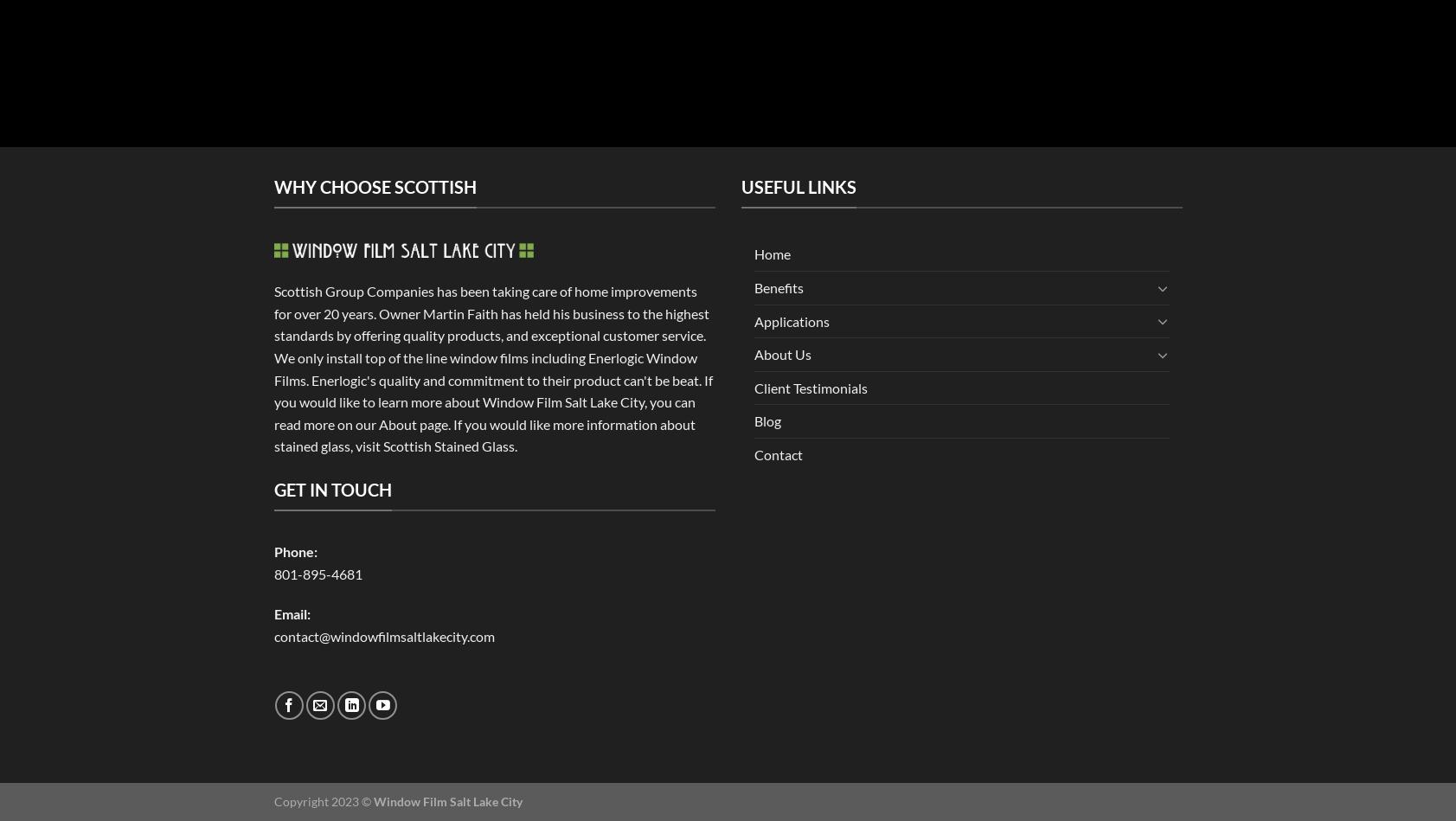  Describe the element at coordinates (771, 253) in the screenshot. I see `'Home'` at that location.